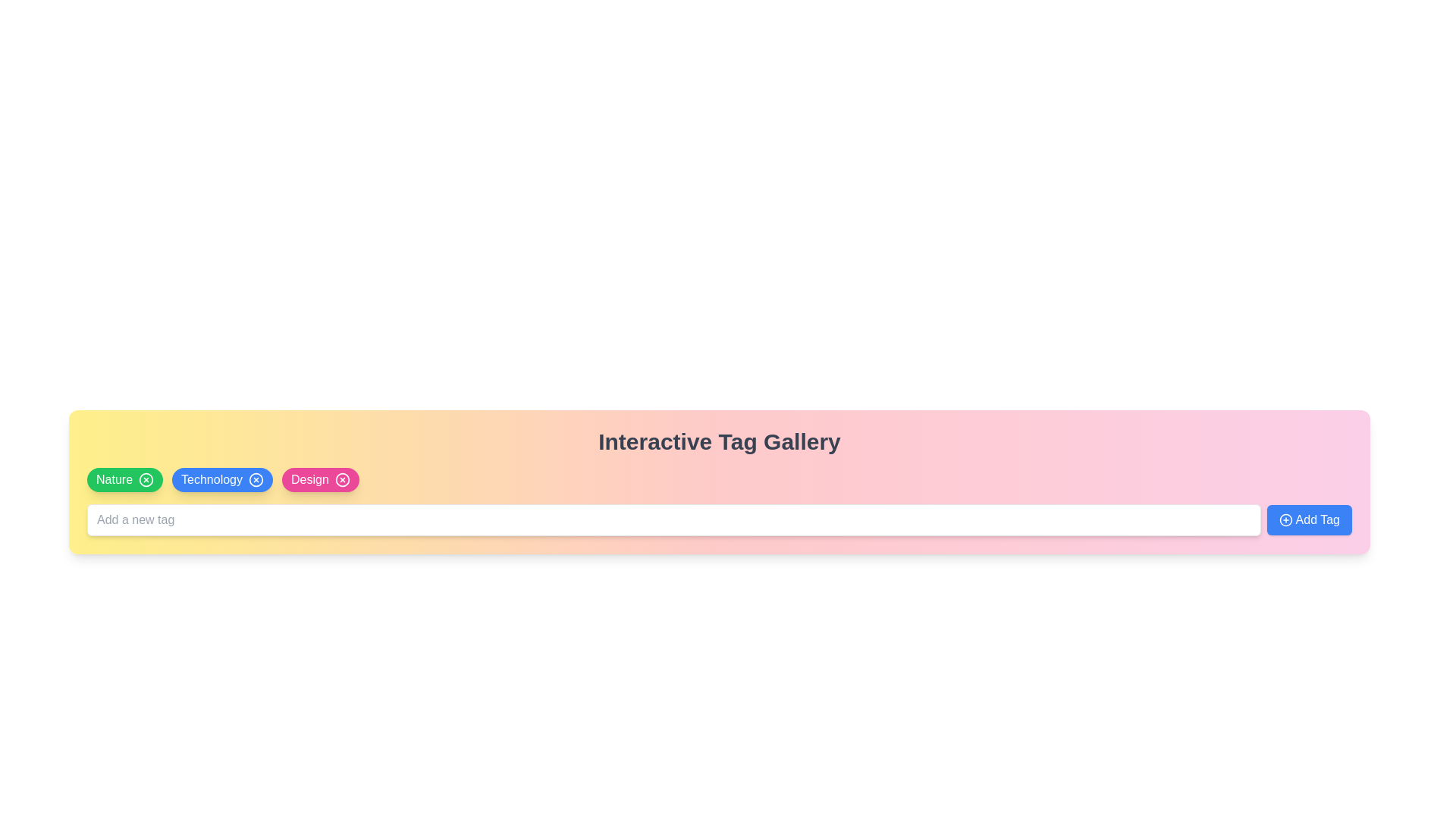 The width and height of the screenshot is (1456, 819). I want to click on the Icon button resembling an outlined circle with a cross inside, located to the right of the 'Design' label in a rounded rectangular button, so click(341, 479).